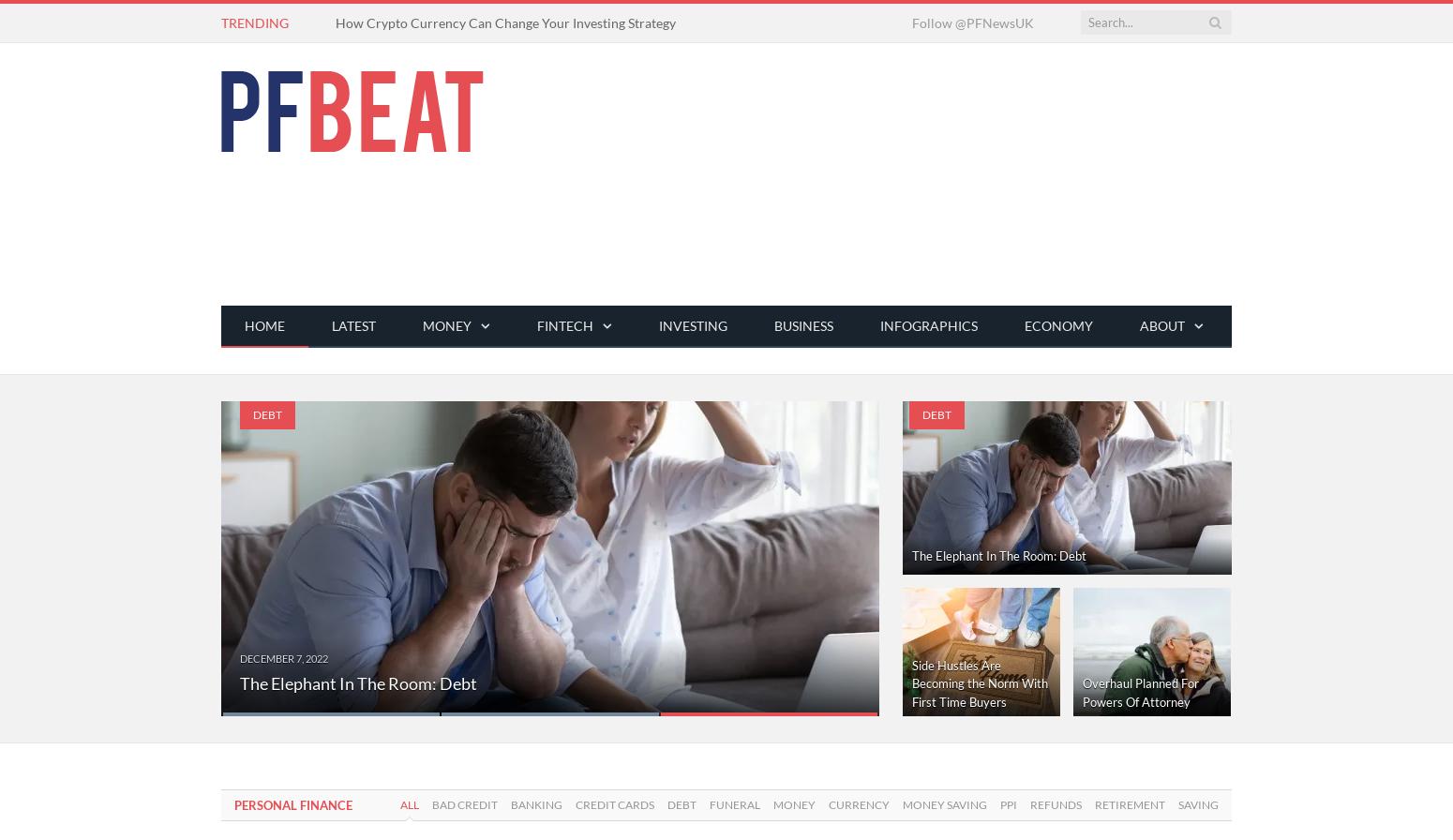  Describe the element at coordinates (828, 804) in the screenshot. I see `'Currency'` at that location.